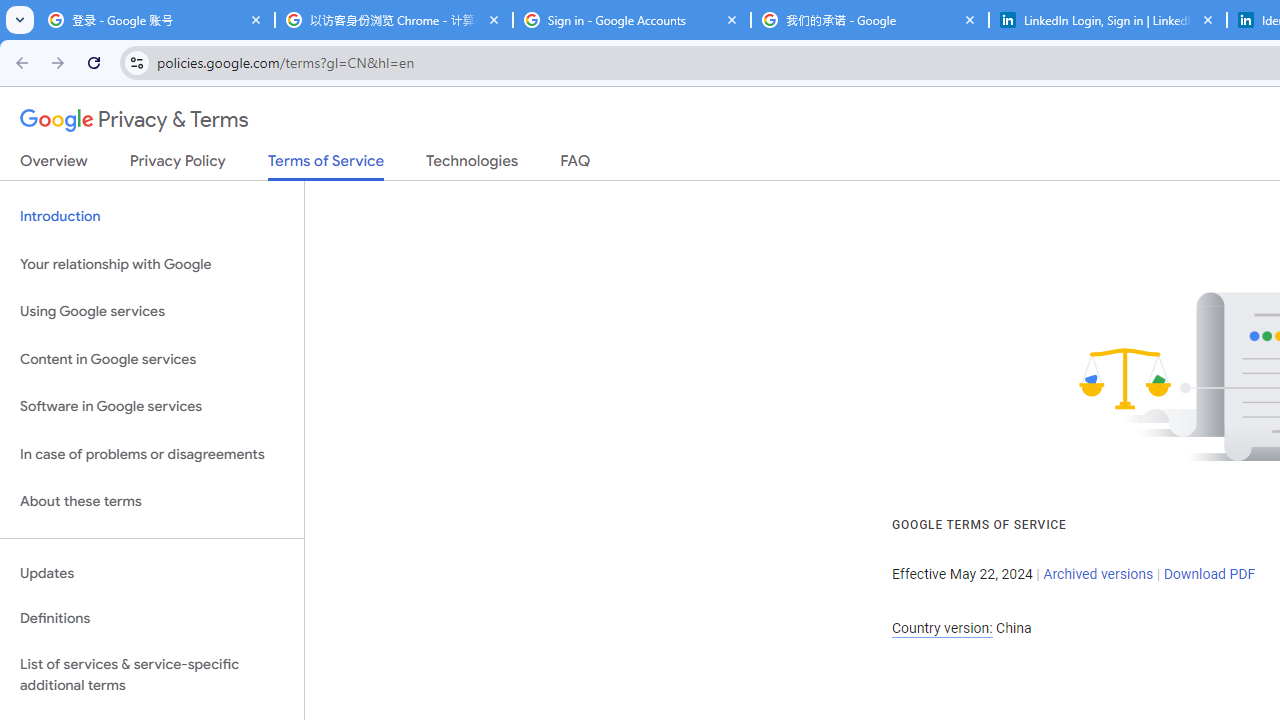  What do you see at coordinates (151, 263) in the screenshot?
I see `'Your relationship with Google'` at bounding box center [151, 263].